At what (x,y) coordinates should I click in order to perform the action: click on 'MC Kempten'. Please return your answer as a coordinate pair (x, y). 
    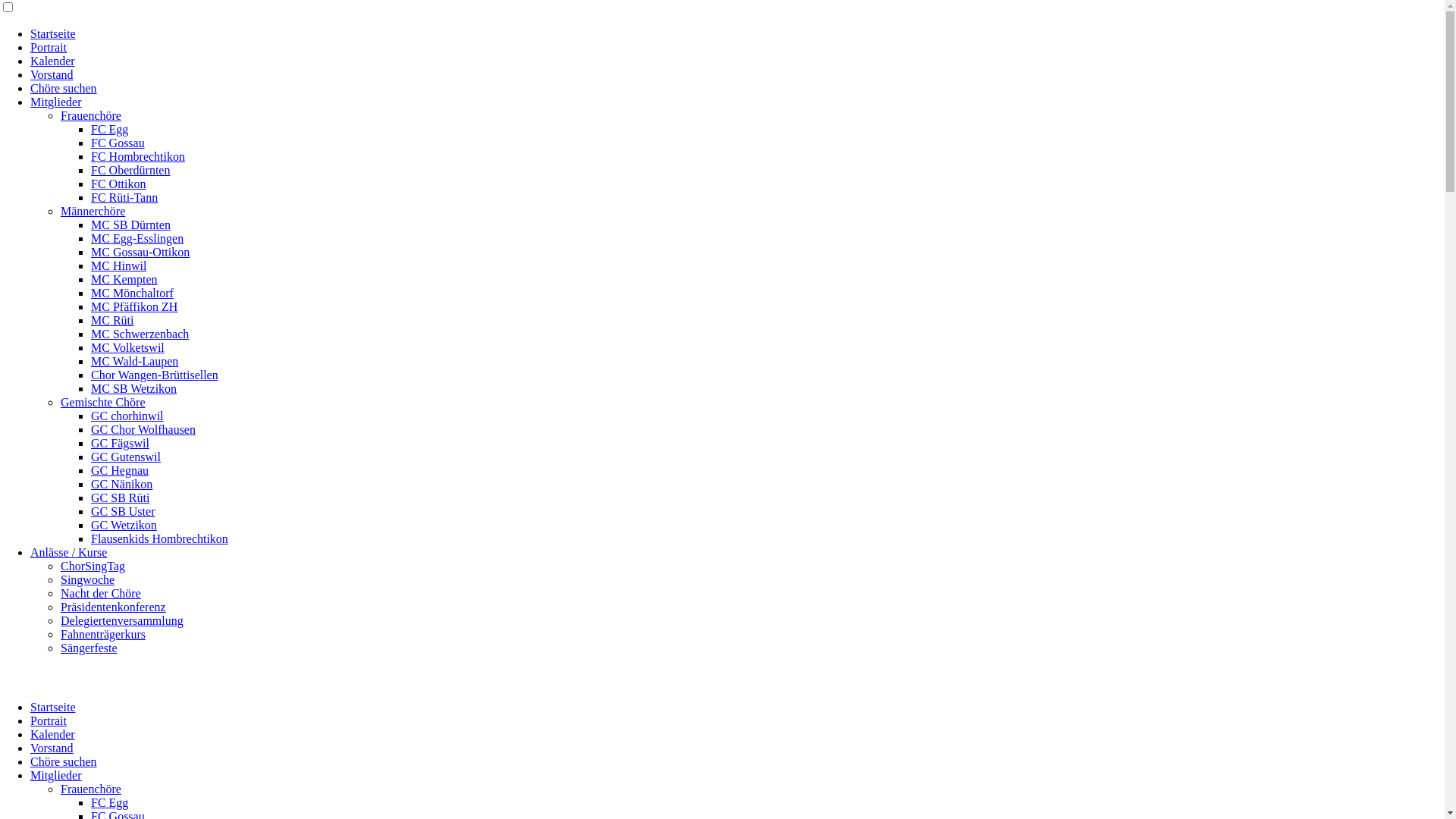
    Looking at the image, I should click on (124, 279).